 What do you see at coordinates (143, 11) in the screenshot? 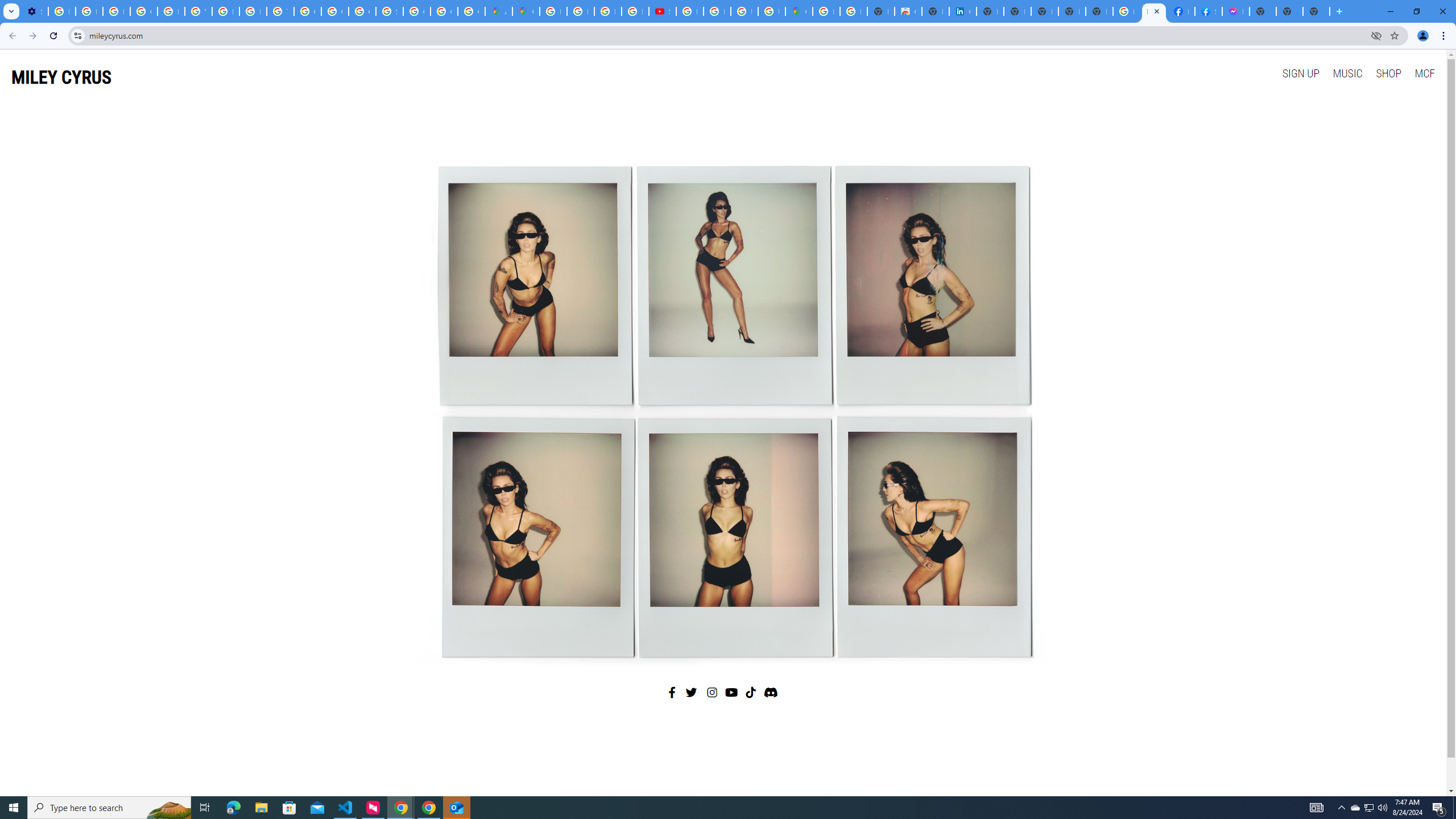
I see `'Google Account Help'` at bounding box center [143, 11].